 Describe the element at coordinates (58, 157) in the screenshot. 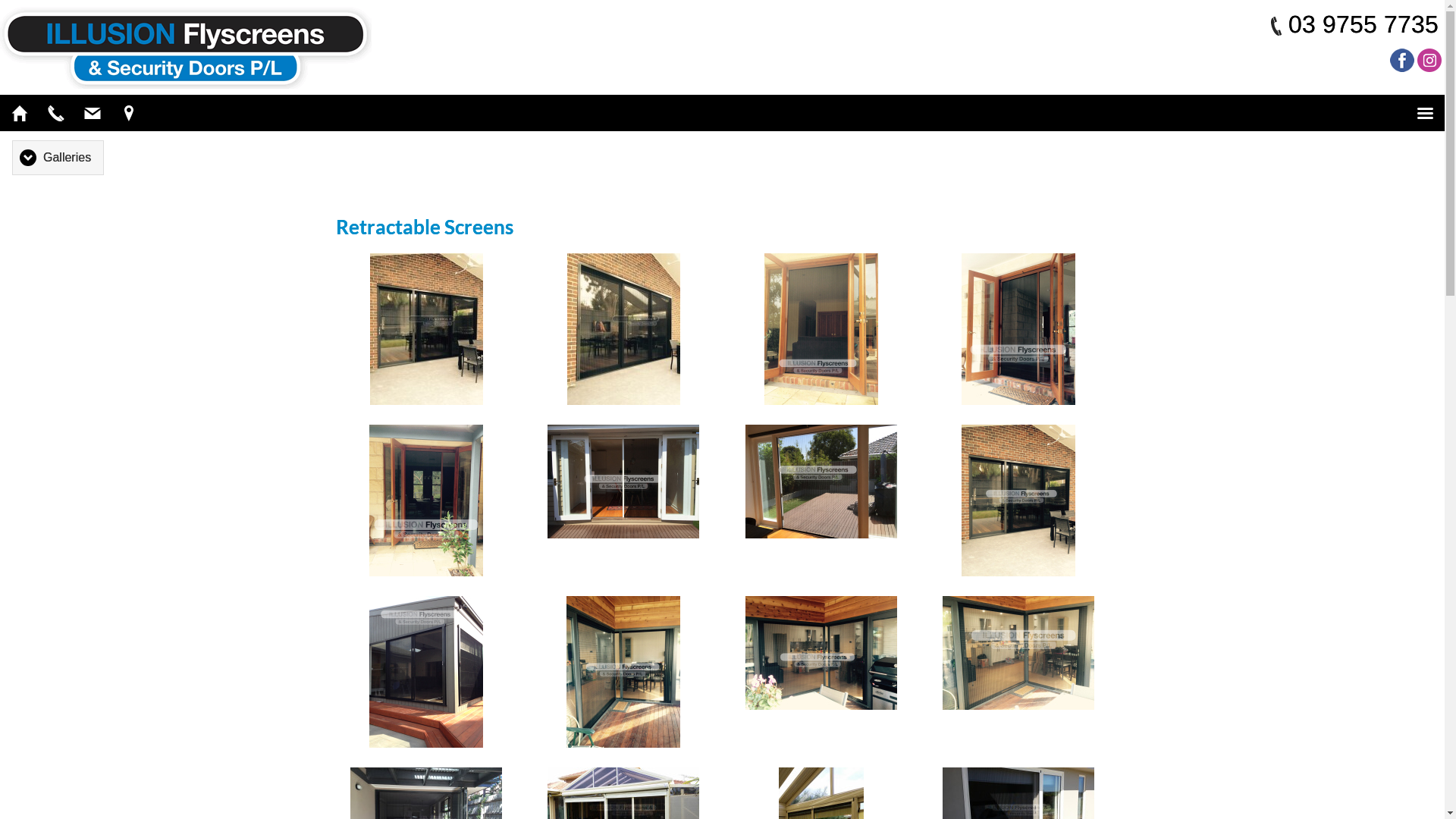

I see `'Galleries'` at that location.